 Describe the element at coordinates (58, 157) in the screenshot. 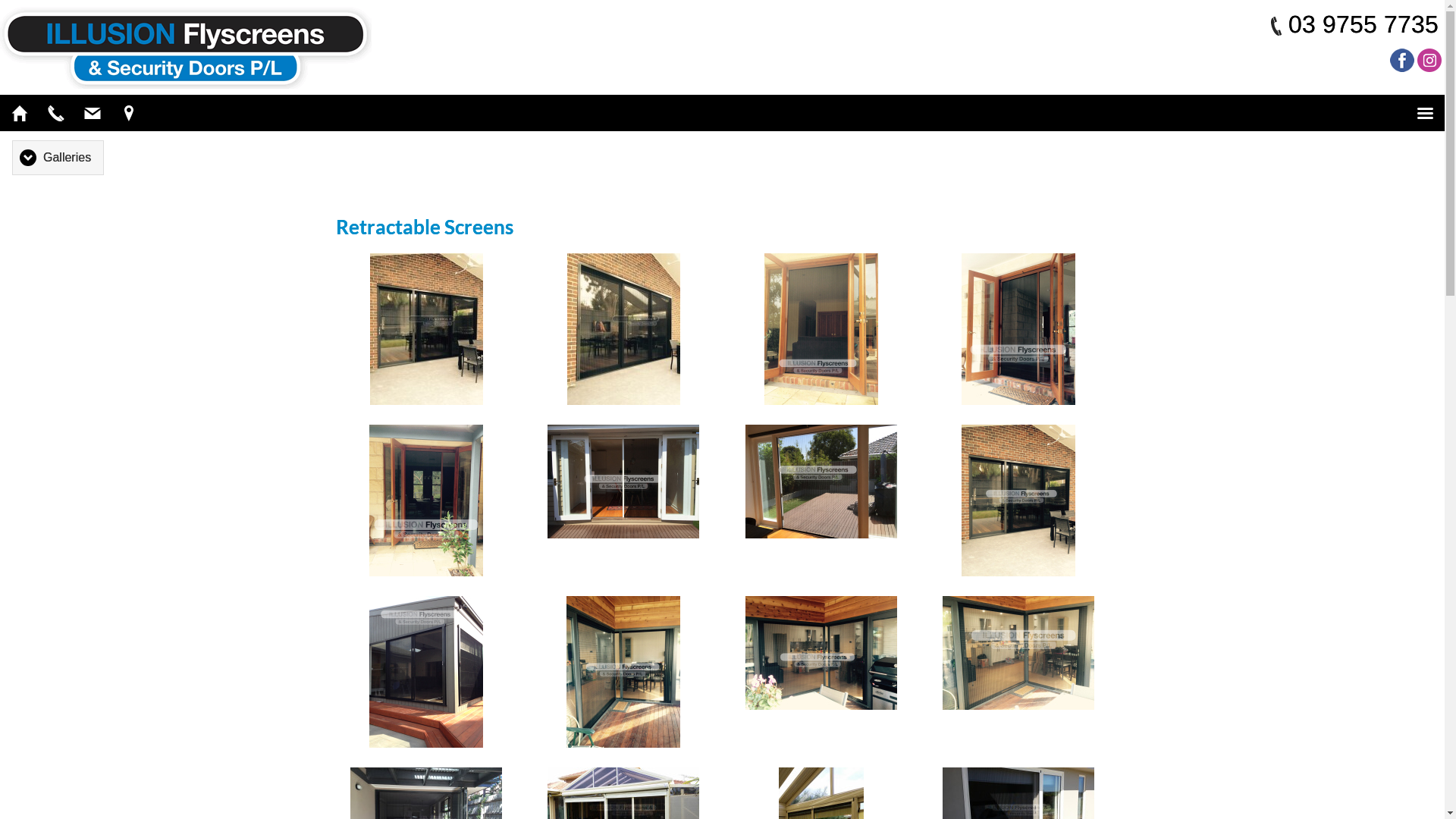

I see `'Galleries'` at that location.